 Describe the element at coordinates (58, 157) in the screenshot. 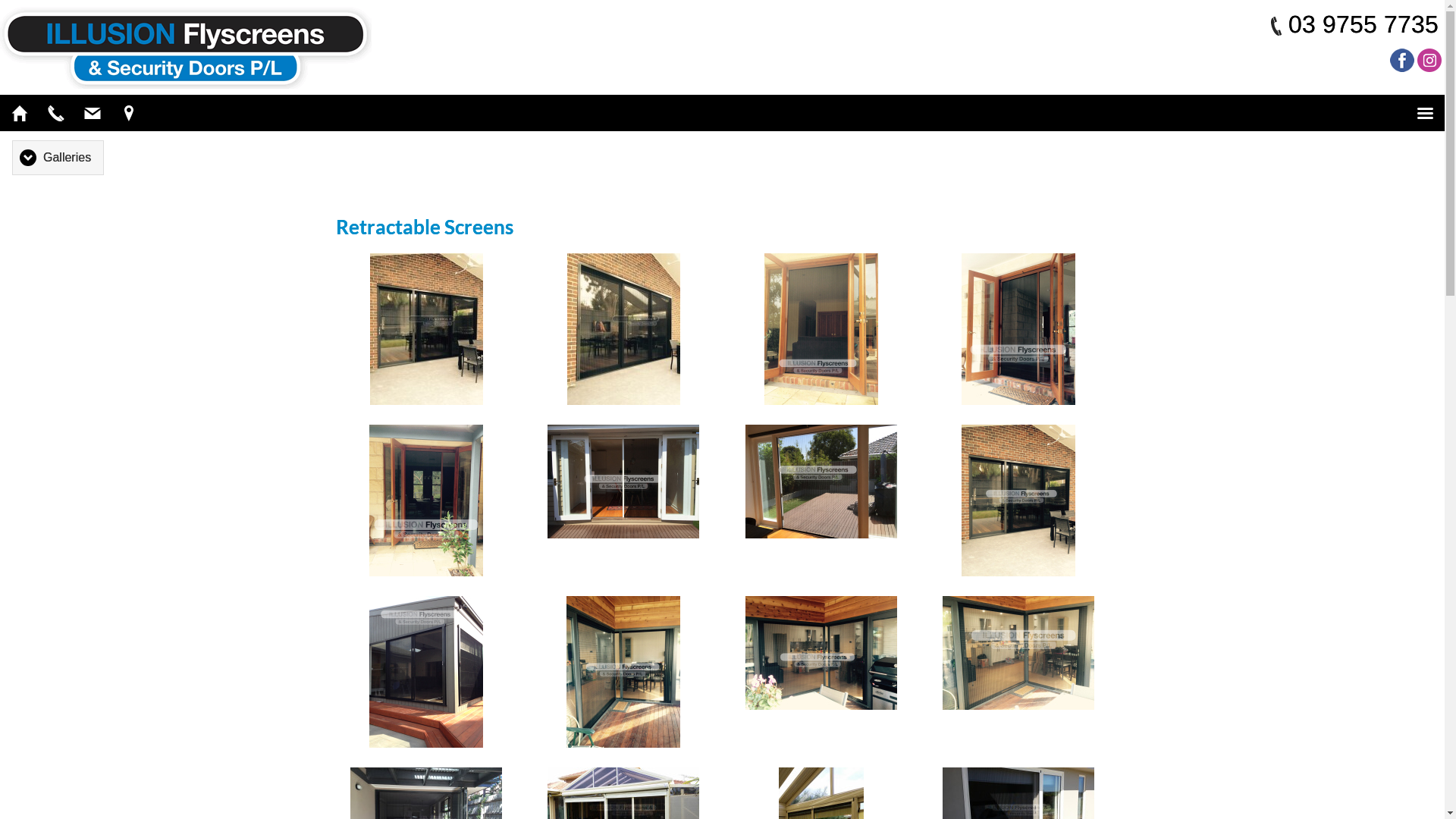

I see `'Galleries'` at that location.